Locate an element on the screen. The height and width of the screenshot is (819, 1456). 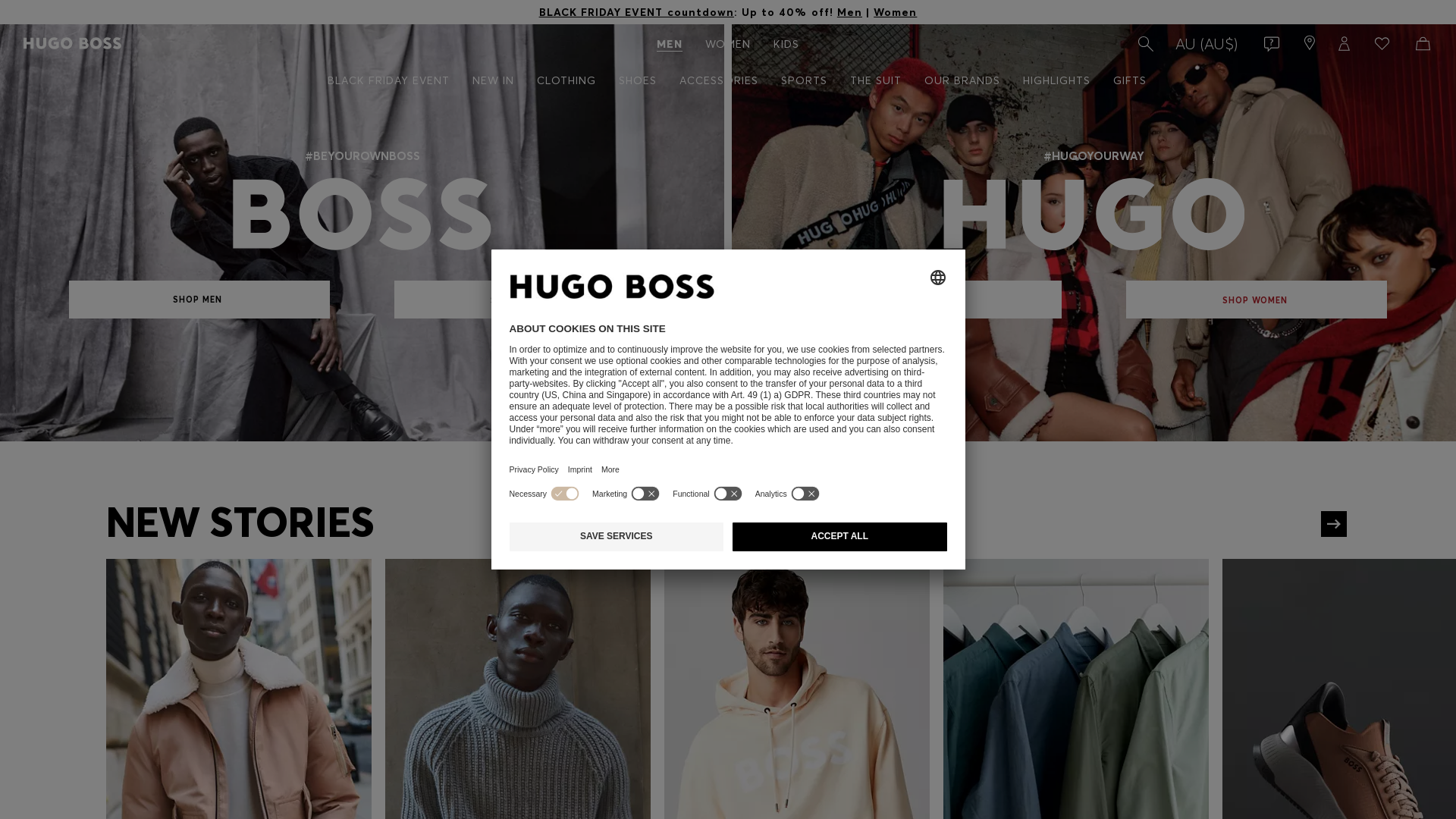
'BLACK FRIDAY EVENT' is located at coordinates (315, 80).